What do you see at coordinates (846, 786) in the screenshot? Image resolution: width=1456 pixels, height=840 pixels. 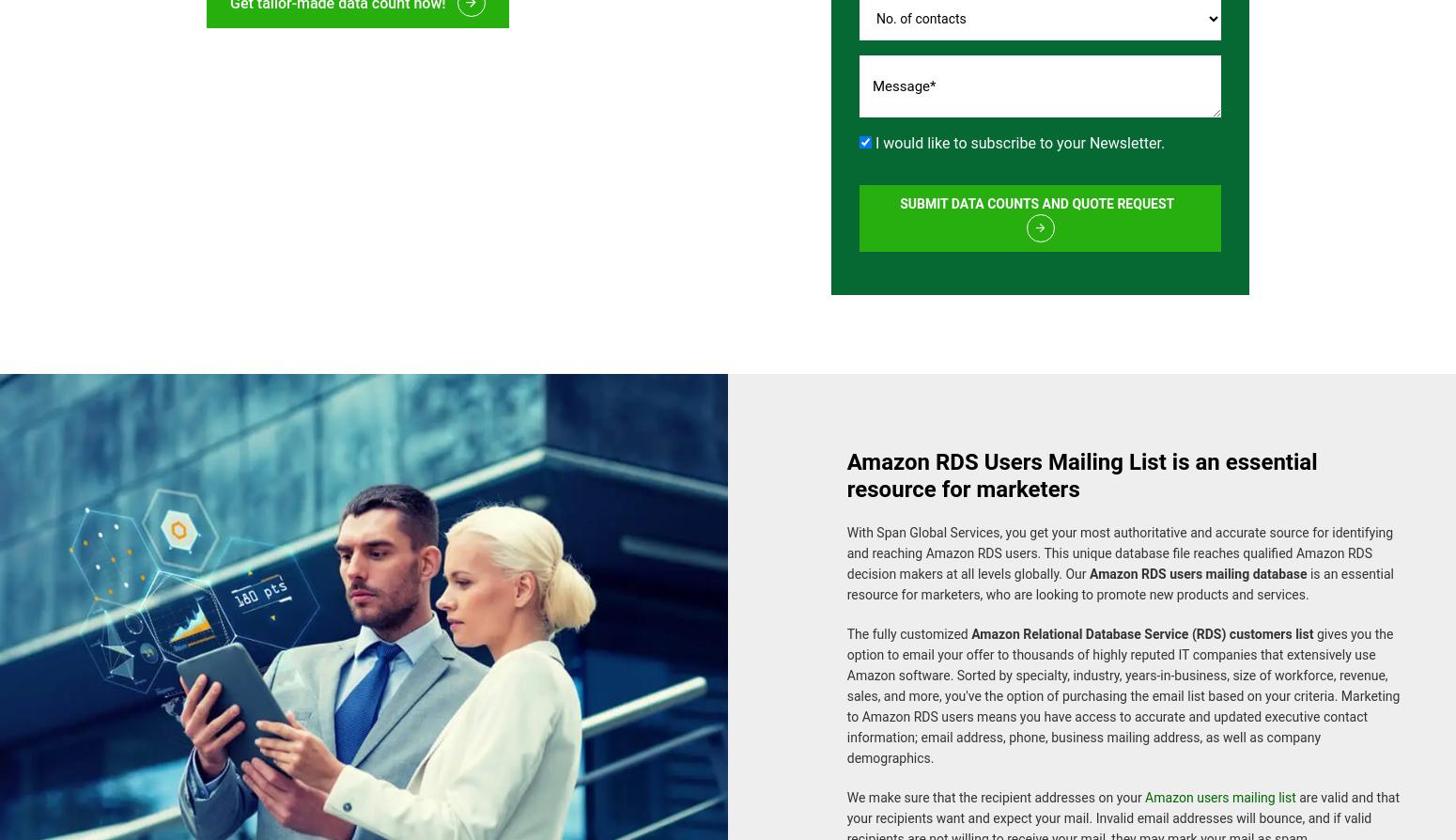 I see `'We make sure that the recipient addresses on your'` at bounding box center [846, 786].